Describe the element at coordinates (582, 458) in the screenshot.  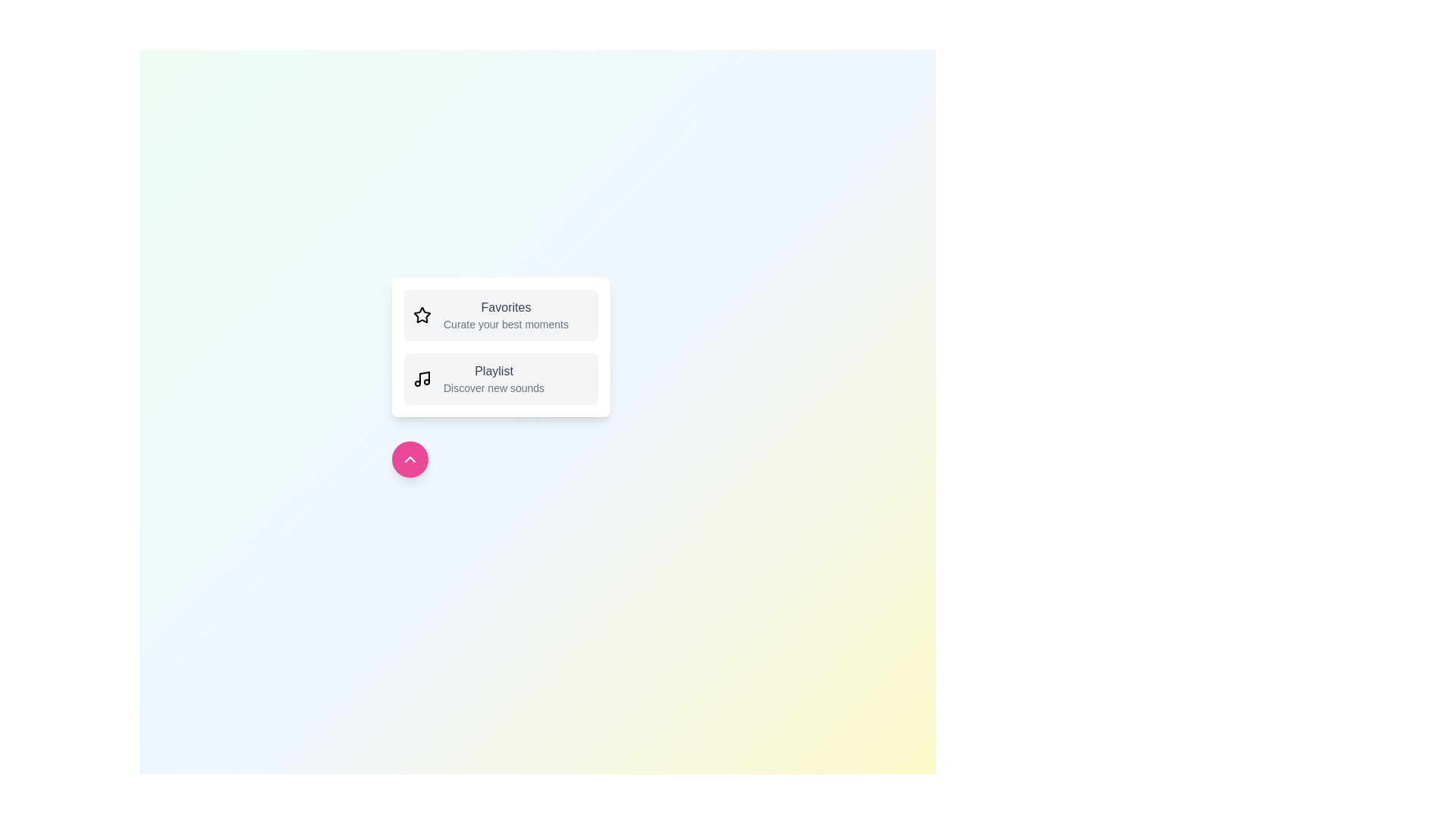
I see `the background of the component` at that location.